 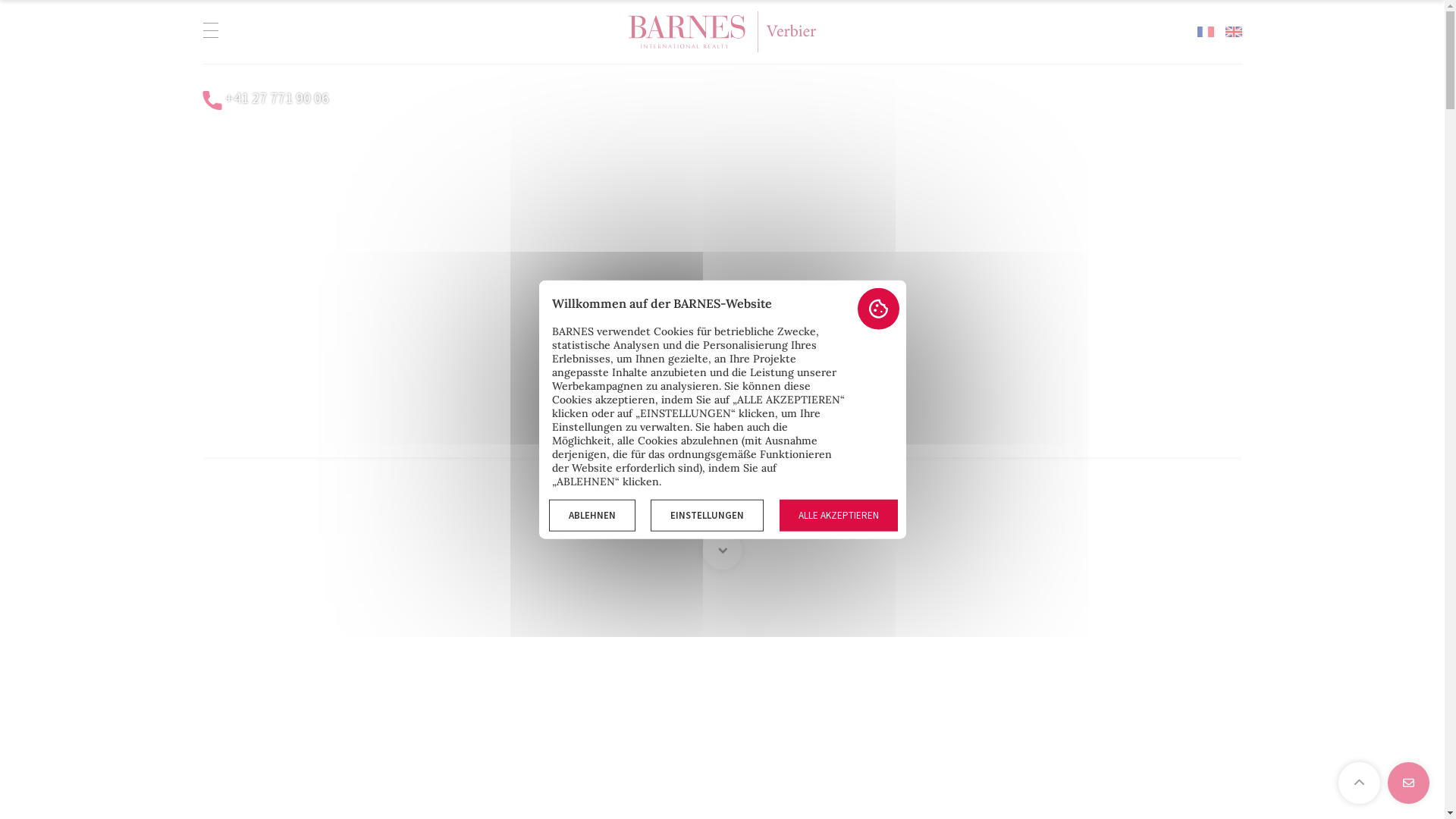 I want to click on 'ABLEHNEN', so click(x=548, y=514).